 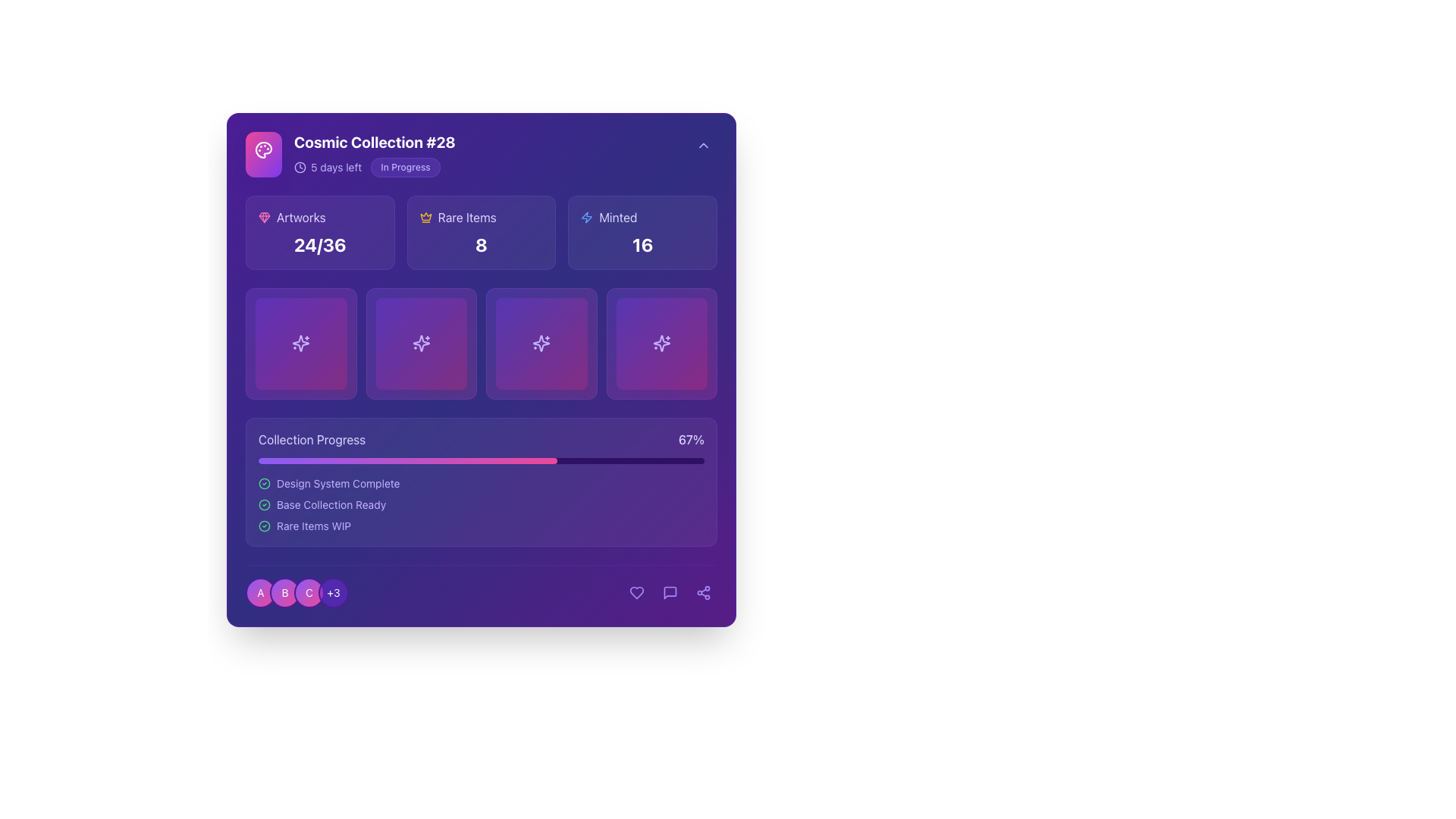 I want to click on the Status Indicator displaying '5 days left' next to the circular icon of 'Cosmic Collection #28', so click(x=327, y=167).